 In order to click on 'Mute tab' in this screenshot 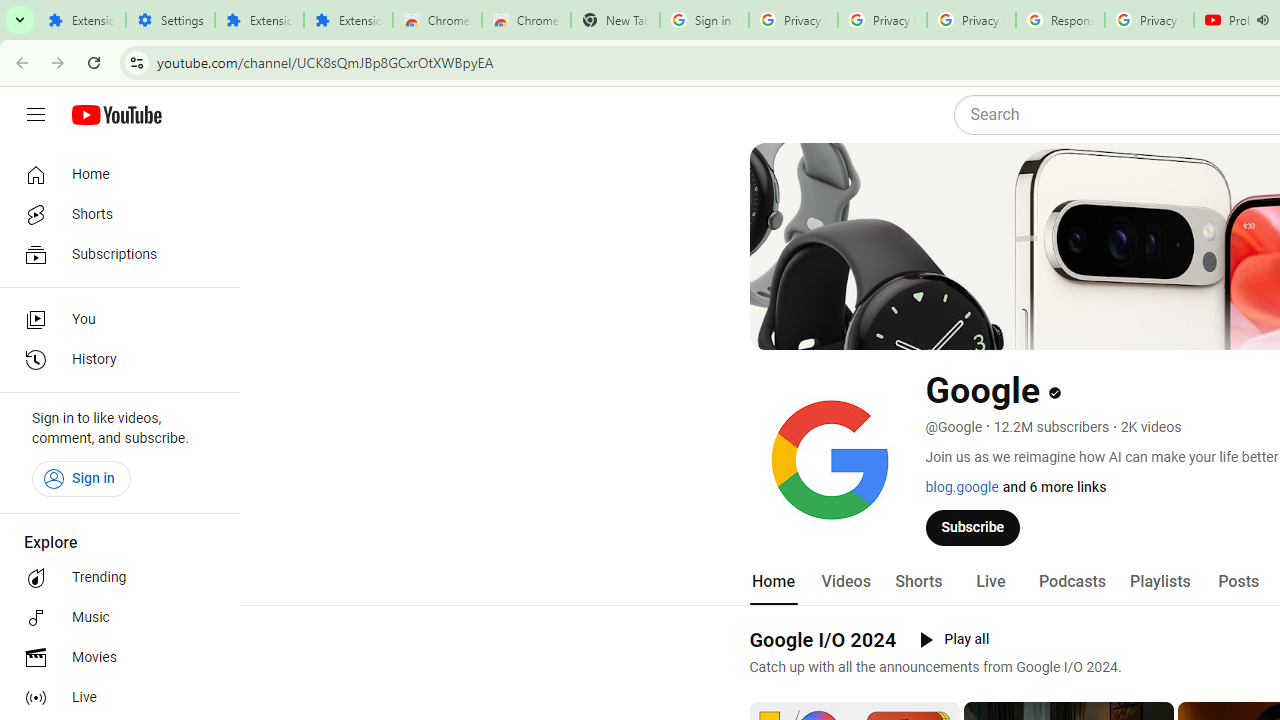, I will do `click(1261, 20)`.